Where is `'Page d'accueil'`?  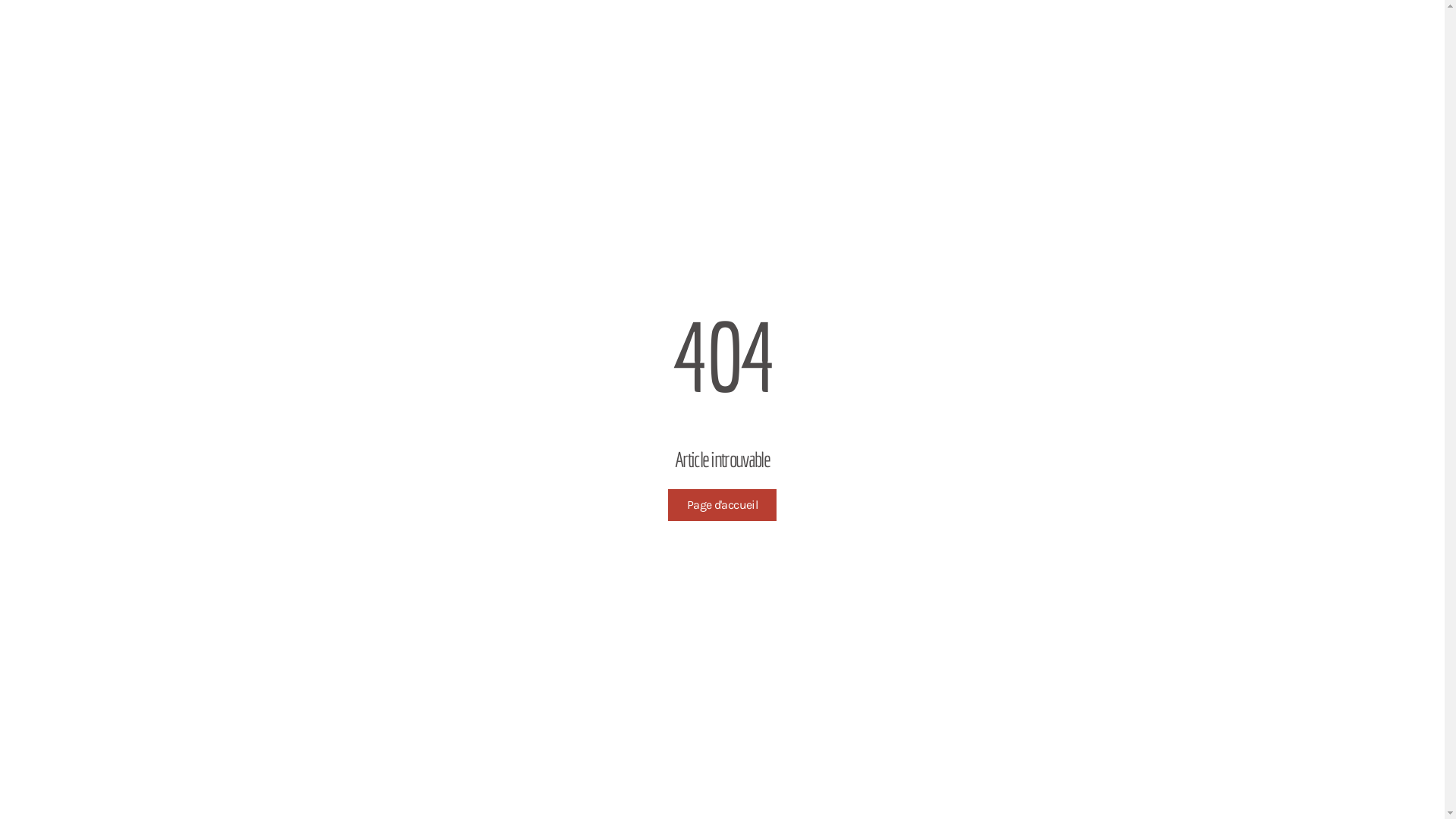 'Page d'accueil' is located at coordinates (721, 505).